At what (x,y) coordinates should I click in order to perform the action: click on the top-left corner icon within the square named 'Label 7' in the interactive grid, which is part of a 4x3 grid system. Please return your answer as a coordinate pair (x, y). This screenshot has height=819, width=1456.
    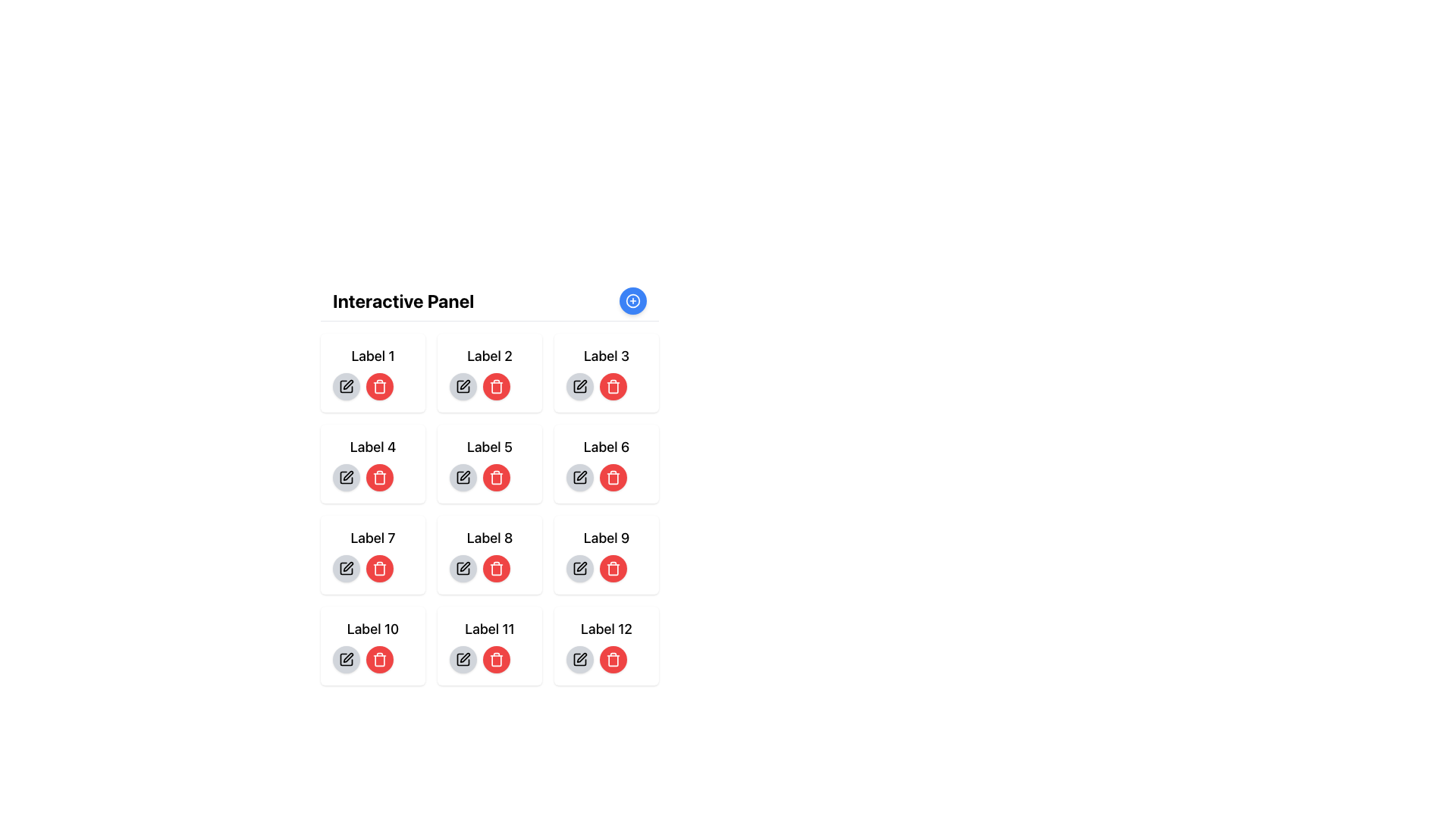
    Looking at the image, I should click on (345, 568).